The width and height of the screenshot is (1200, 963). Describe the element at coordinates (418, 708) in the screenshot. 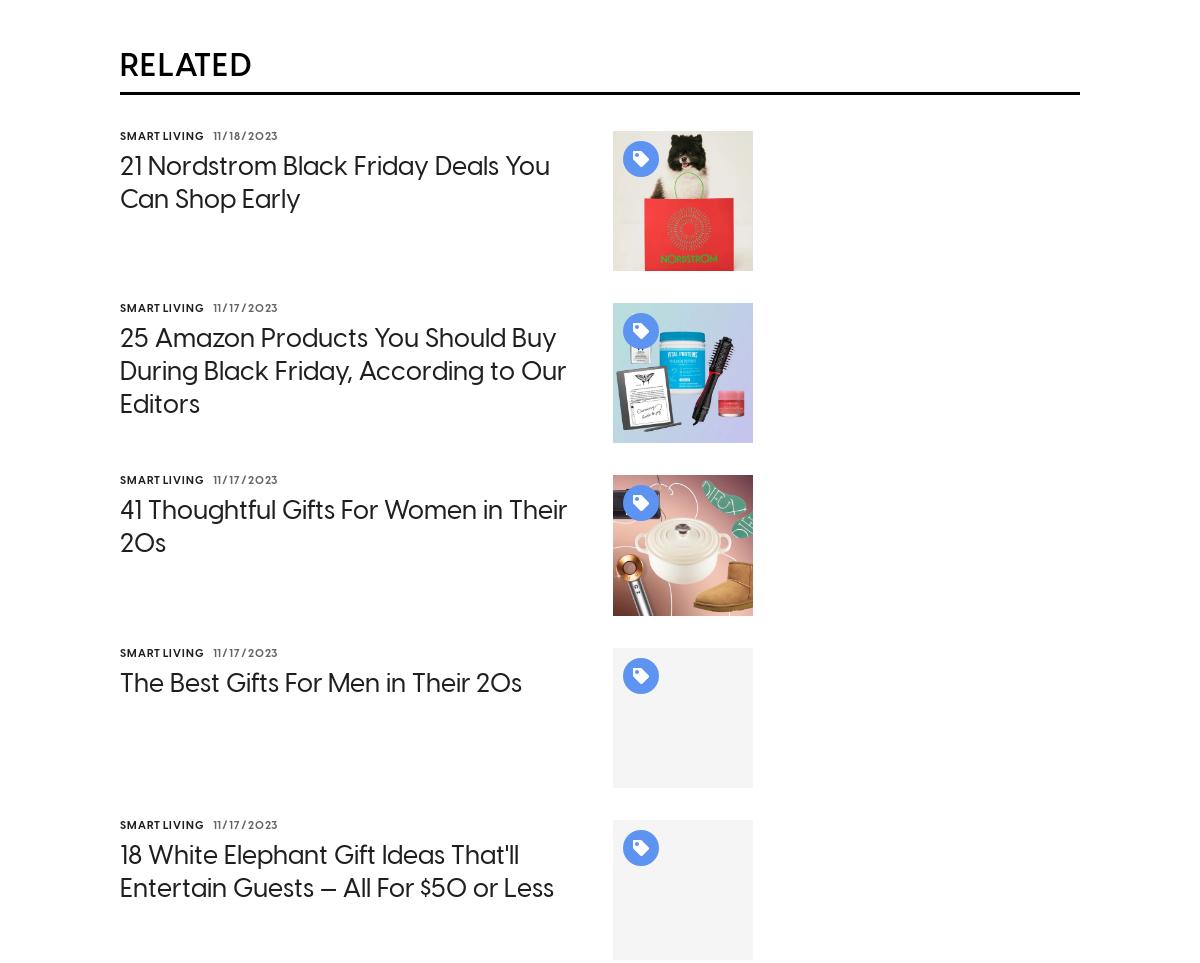

I see `'Best Early Black Friday and Cyber Monday Beauty Deals on Body Care and Fragrance'` at that location.